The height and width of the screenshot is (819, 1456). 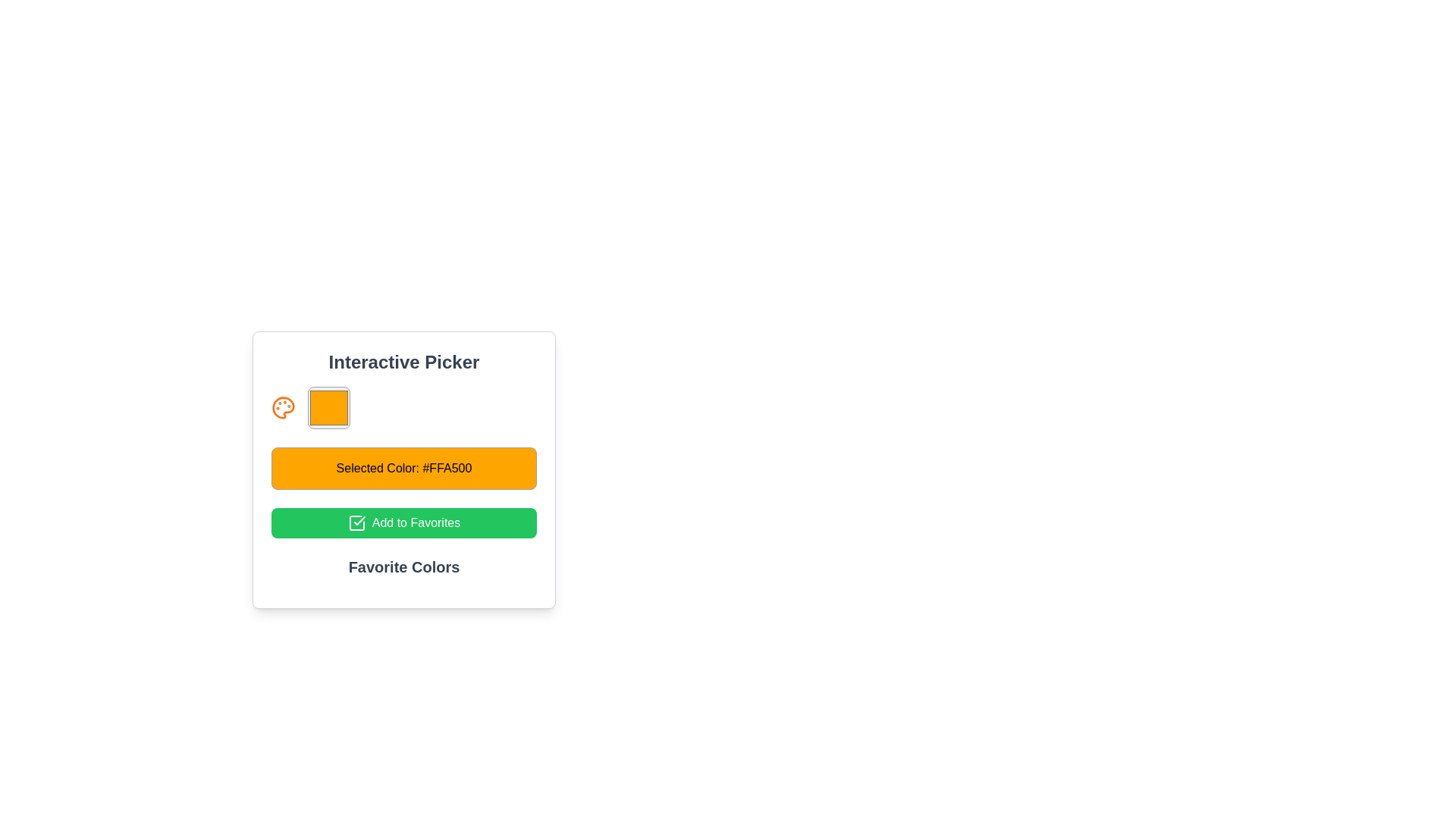 What do you see at coordinates (403, 467) in the screenshot?
I see `the color display label that shows the currently selected color in the color picker, located below the orange square and above the green 'Add to Favorites' button` at bounding box center [403, 467].